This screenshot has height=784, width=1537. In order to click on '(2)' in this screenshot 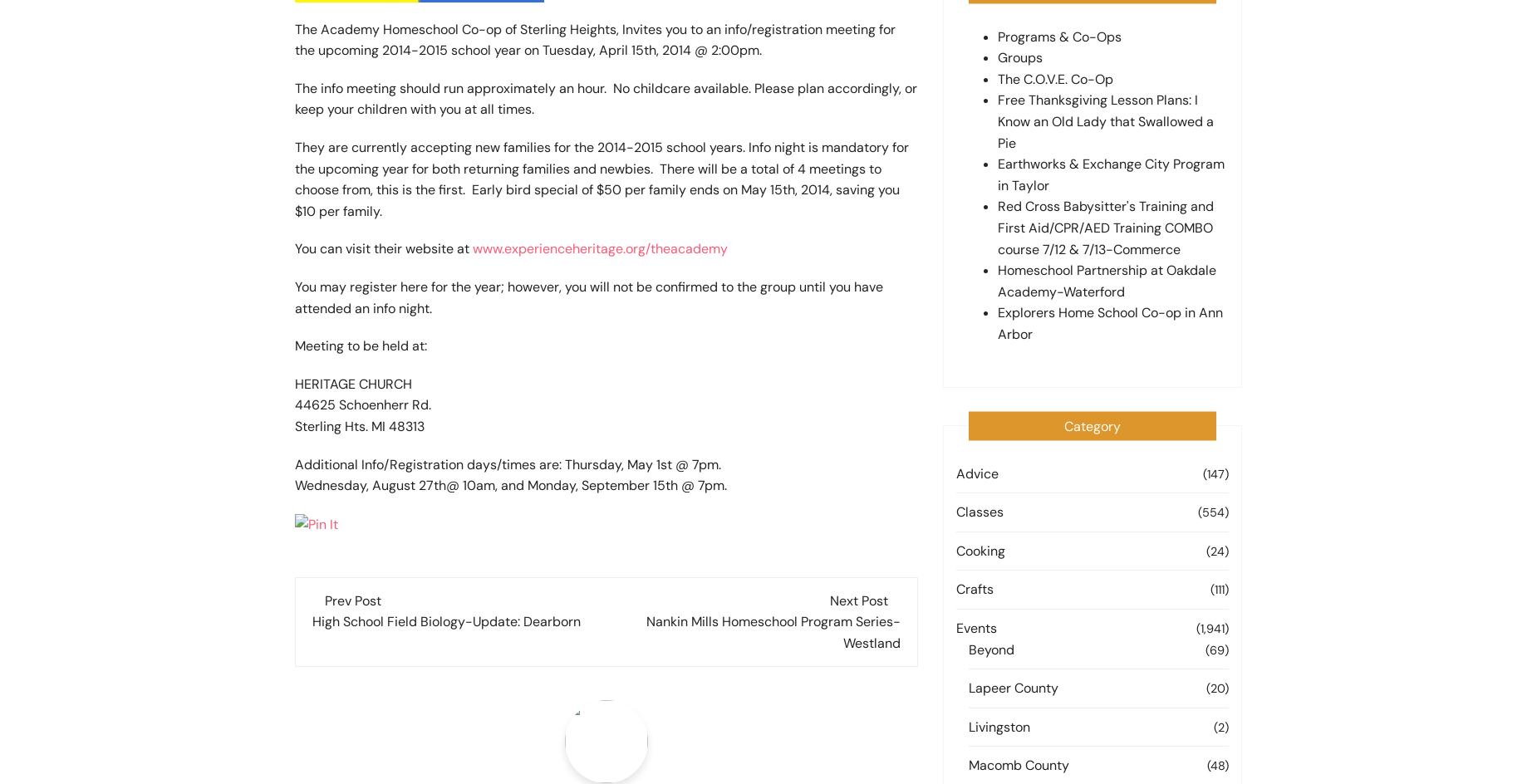, I will do `click(1213, 726)`.